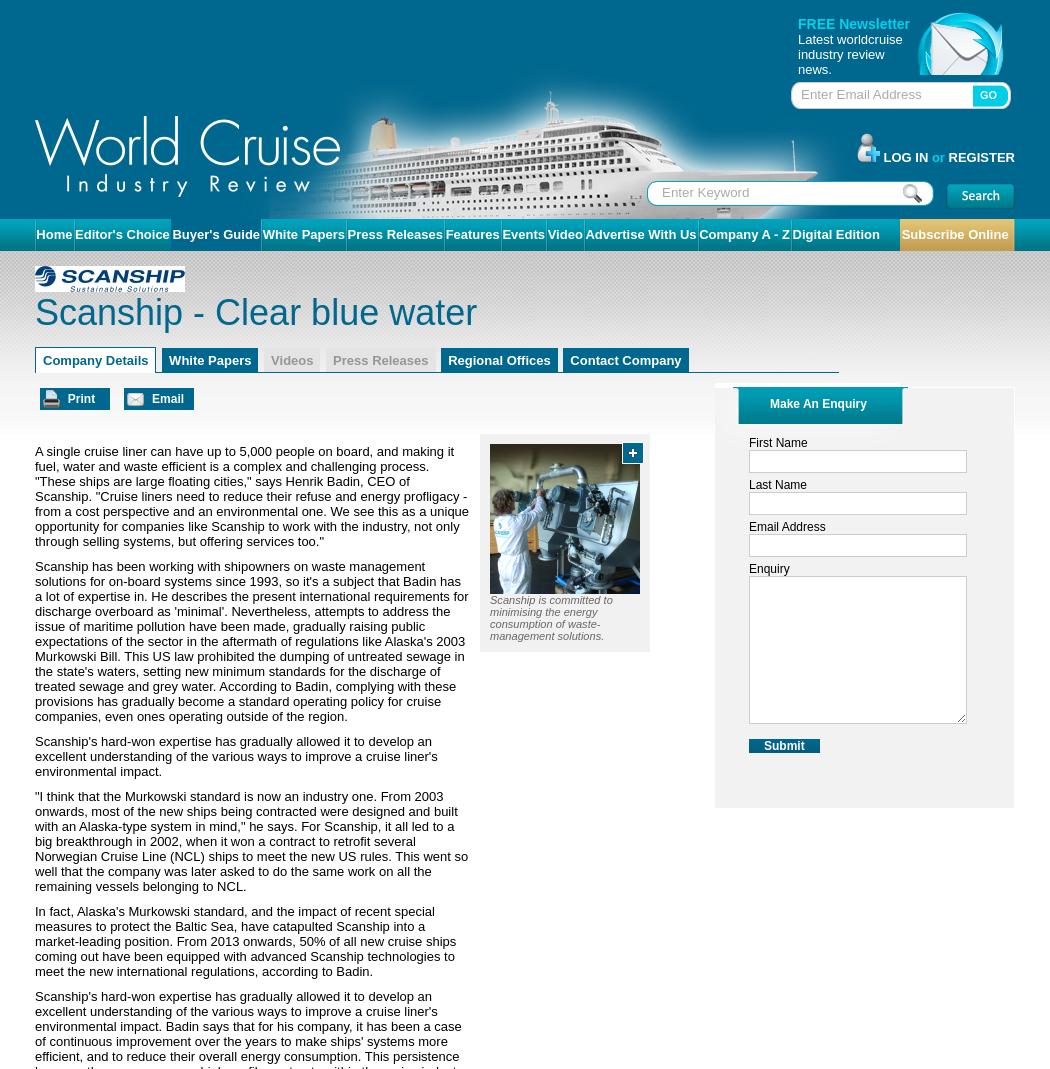  Describe the element at coordinates (786, 526) in the screenshot. I see `'Email Address'` at that location.